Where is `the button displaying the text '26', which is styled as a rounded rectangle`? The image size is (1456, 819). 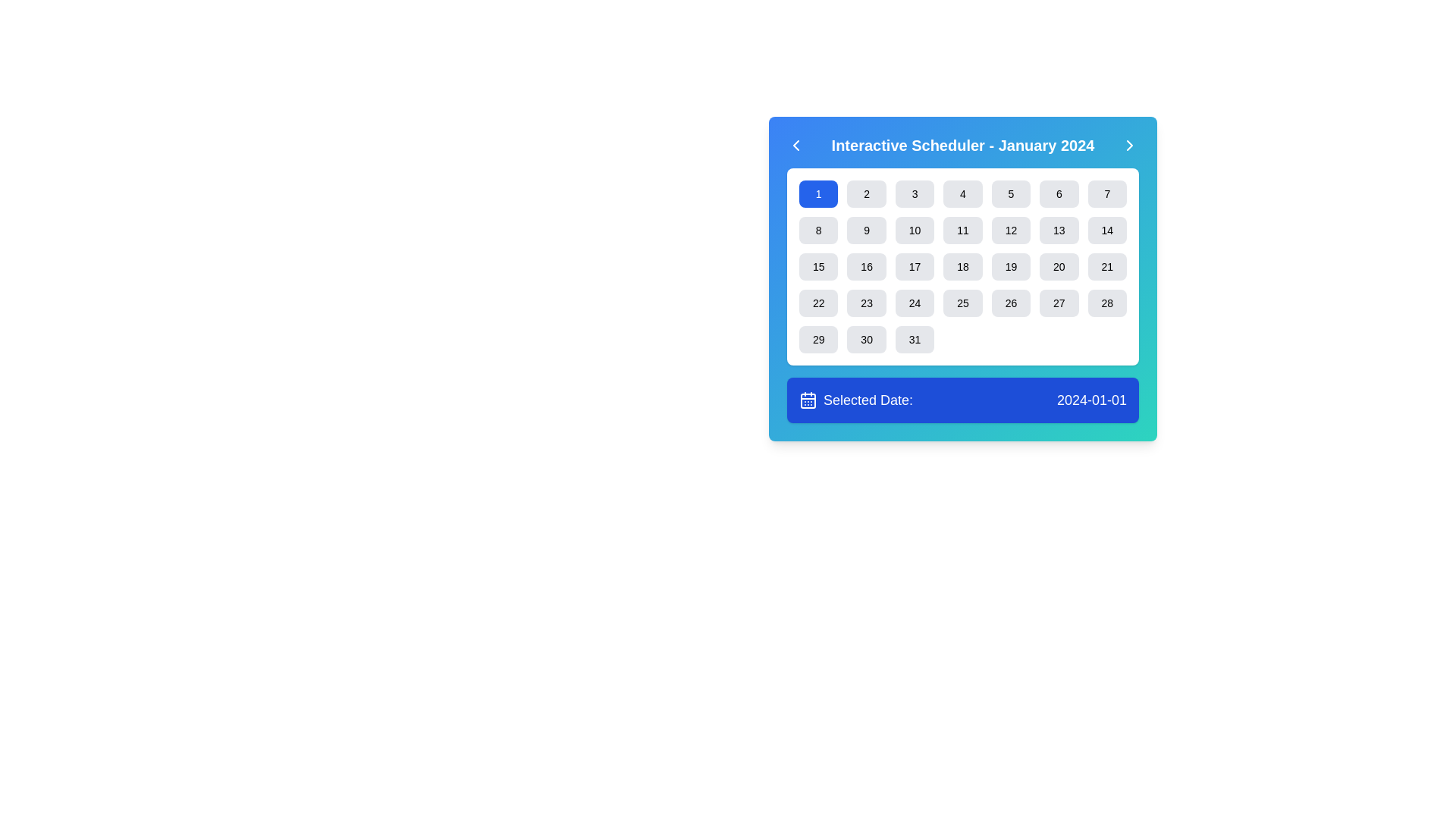 the button displaying the text '26', which is styled as a rounded rectangle is located at coordinates (1011, 303).